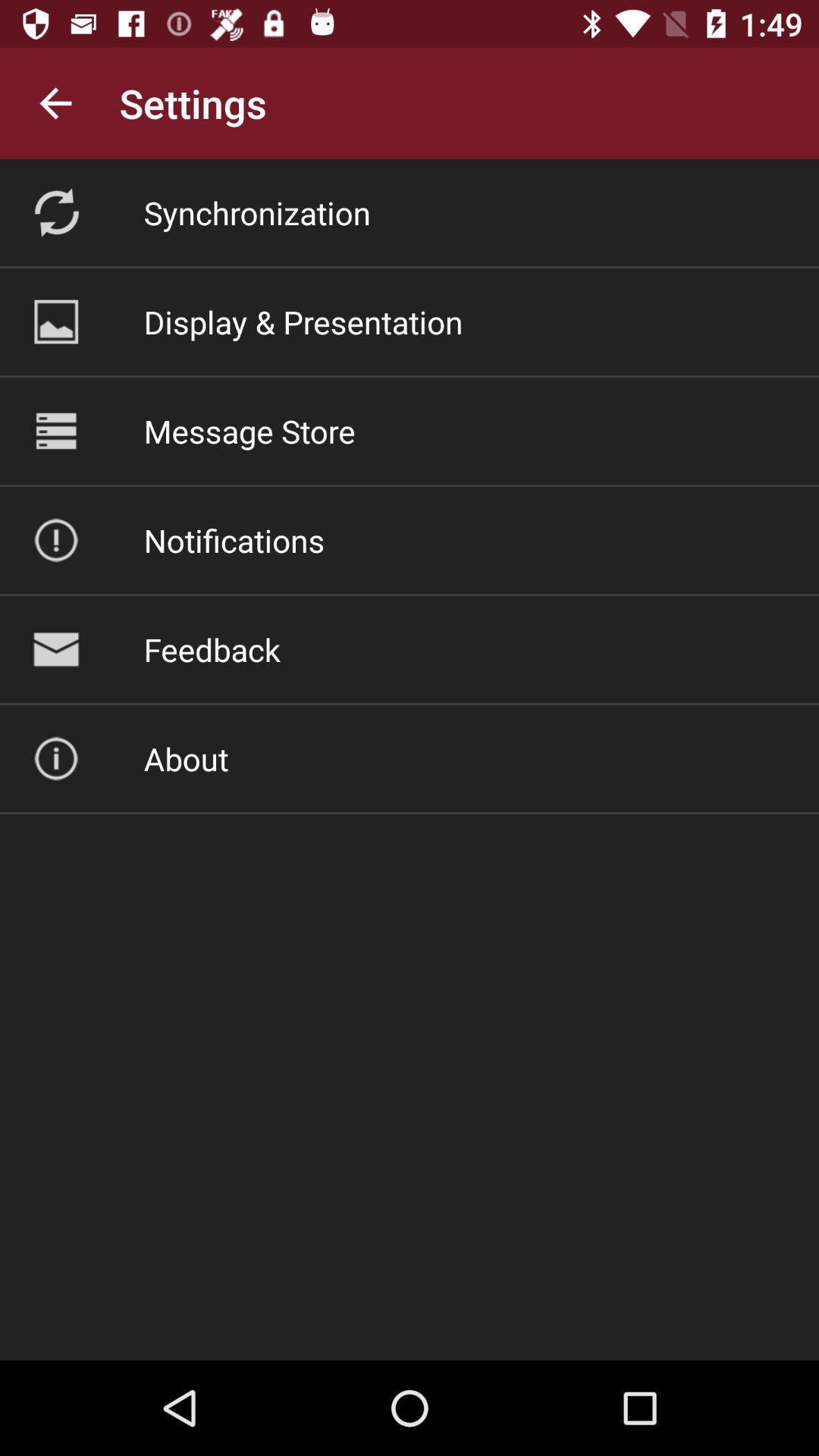  I want to click on the feedback icon, so click(212, 649).